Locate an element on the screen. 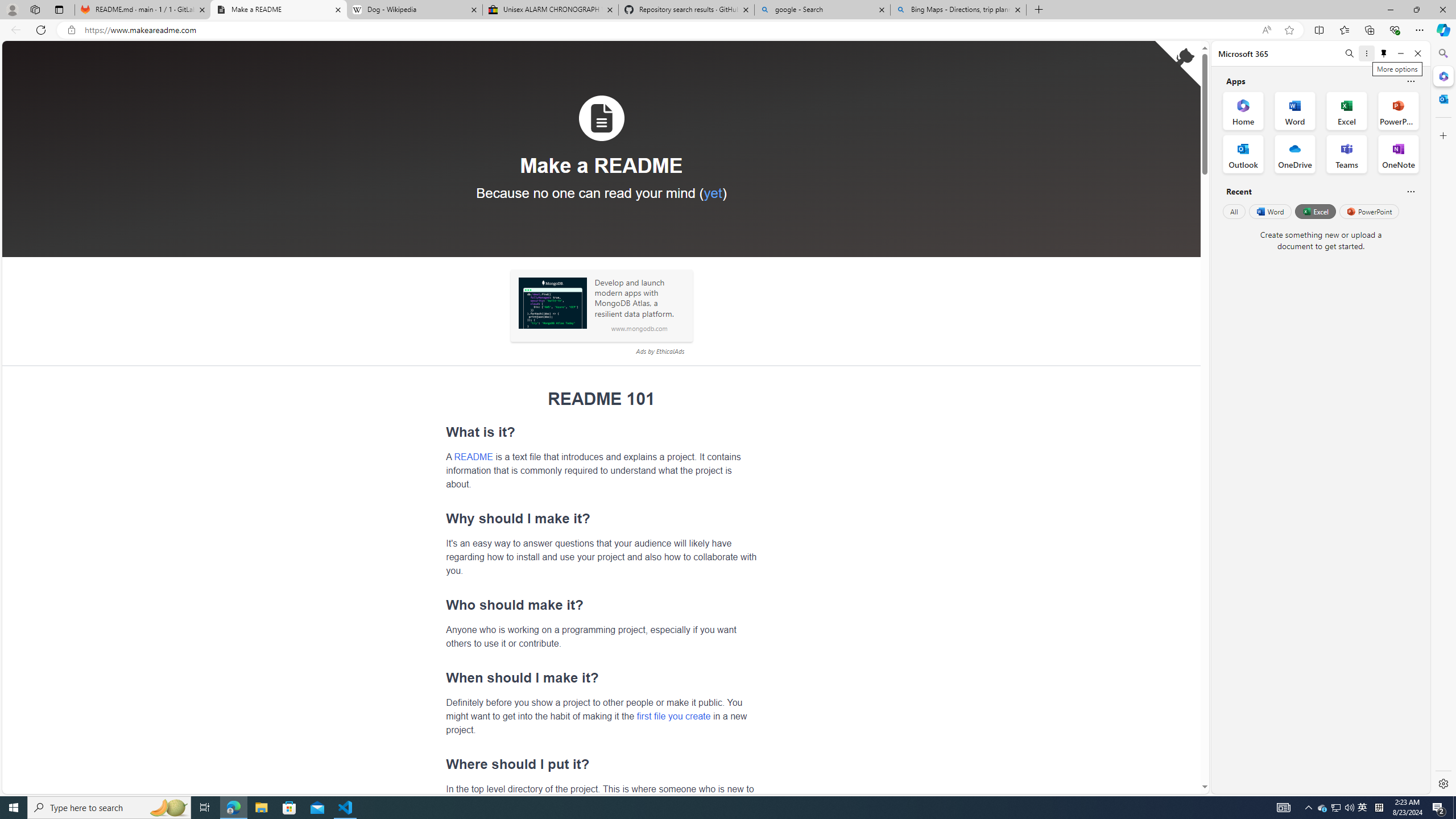  'Is this helpful?' is located at coordinates (1410, 191).